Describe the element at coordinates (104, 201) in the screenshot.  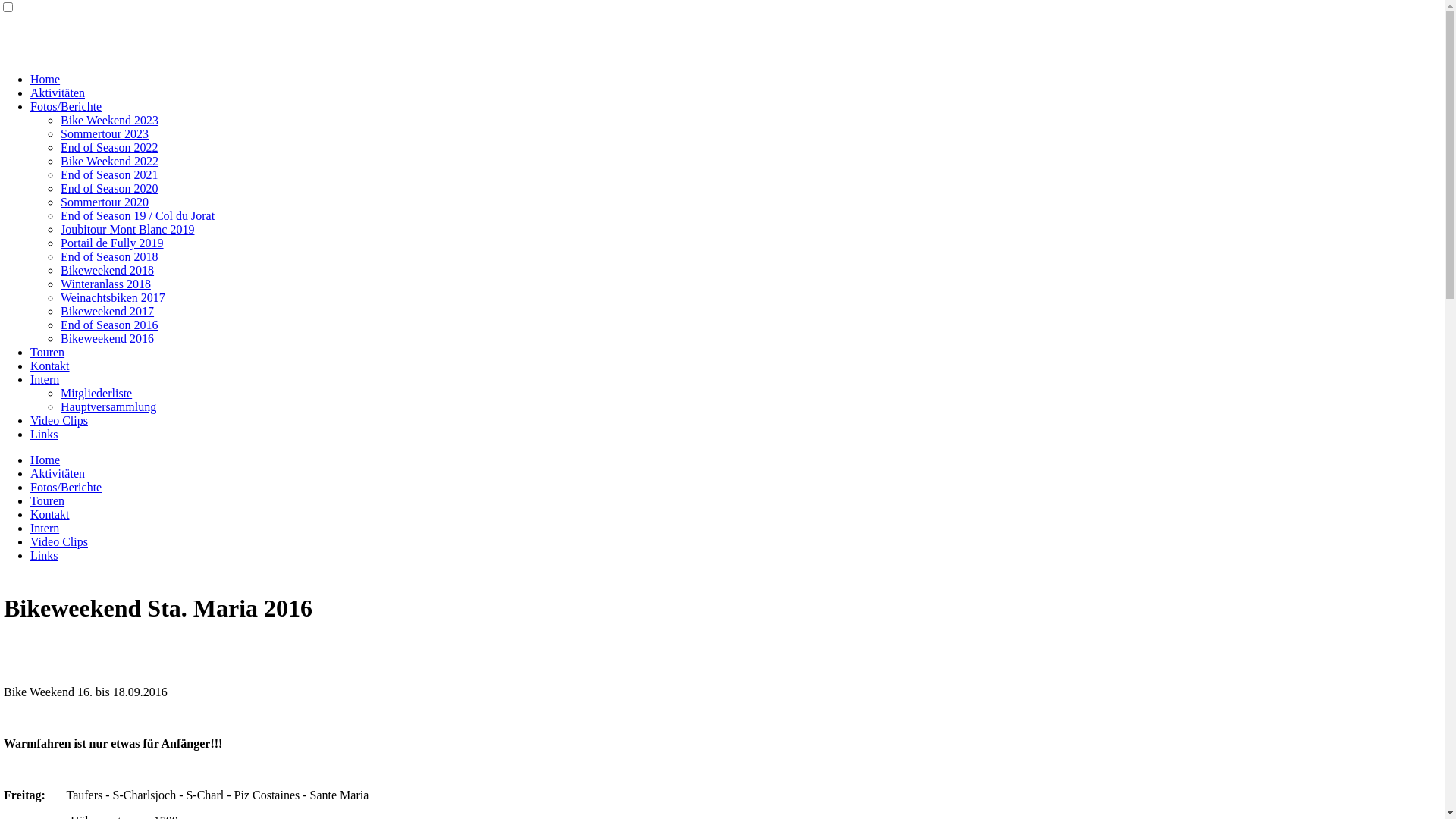
I see `'Sommertour 2020'` at that location.